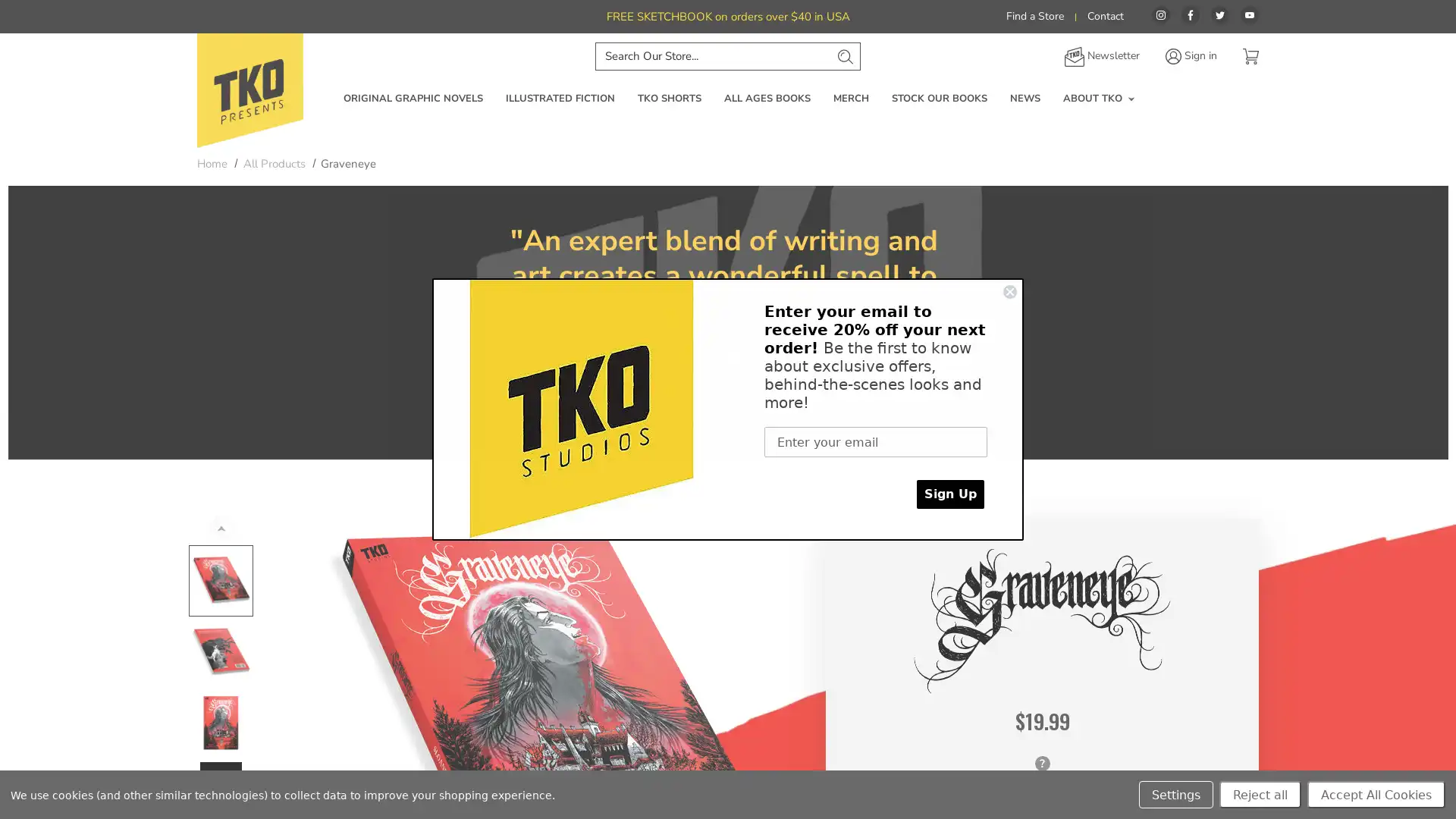  What do you see at coordinates (1175, 794) in the screenshot?
I see `Settings` at bounding box center [1175, 794].